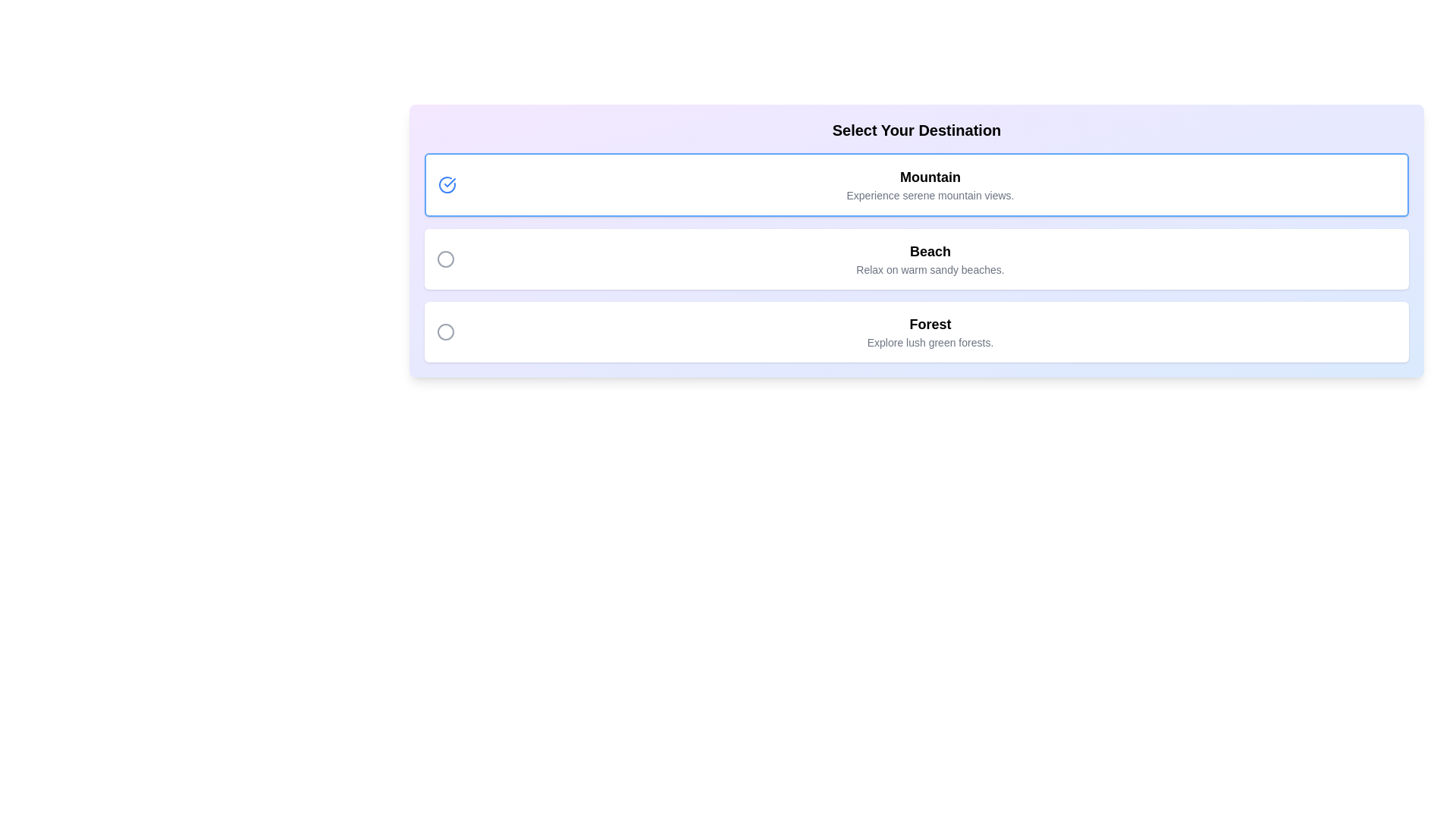 The image size is (1456, 819). I want to click on the circular selection indicator icon with a blue border and checkmark, so click(447, 184).